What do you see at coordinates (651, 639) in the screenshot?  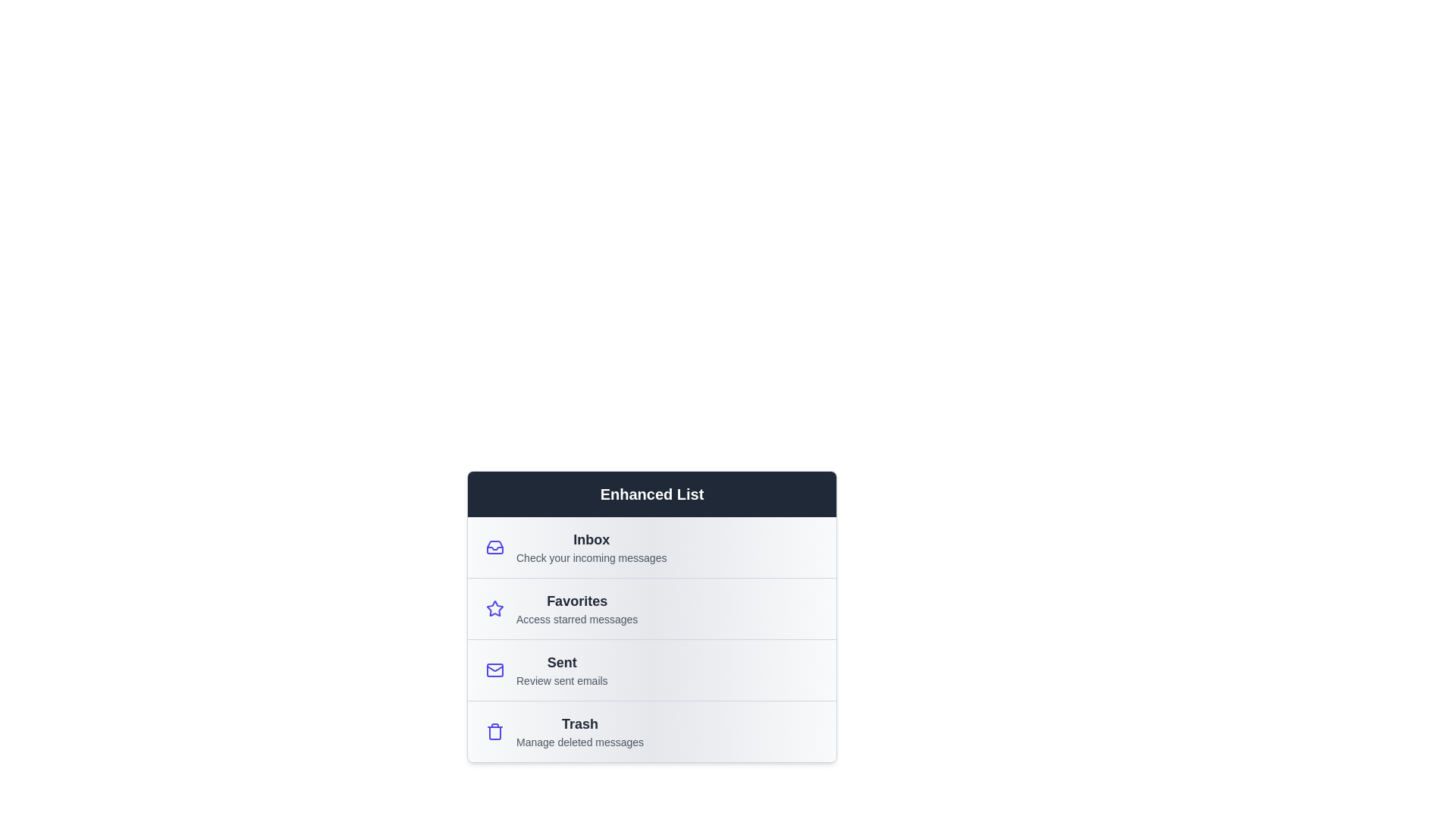 I see `the 'Favorites' item in the Enhanced List` at bounding box center [651, 639].